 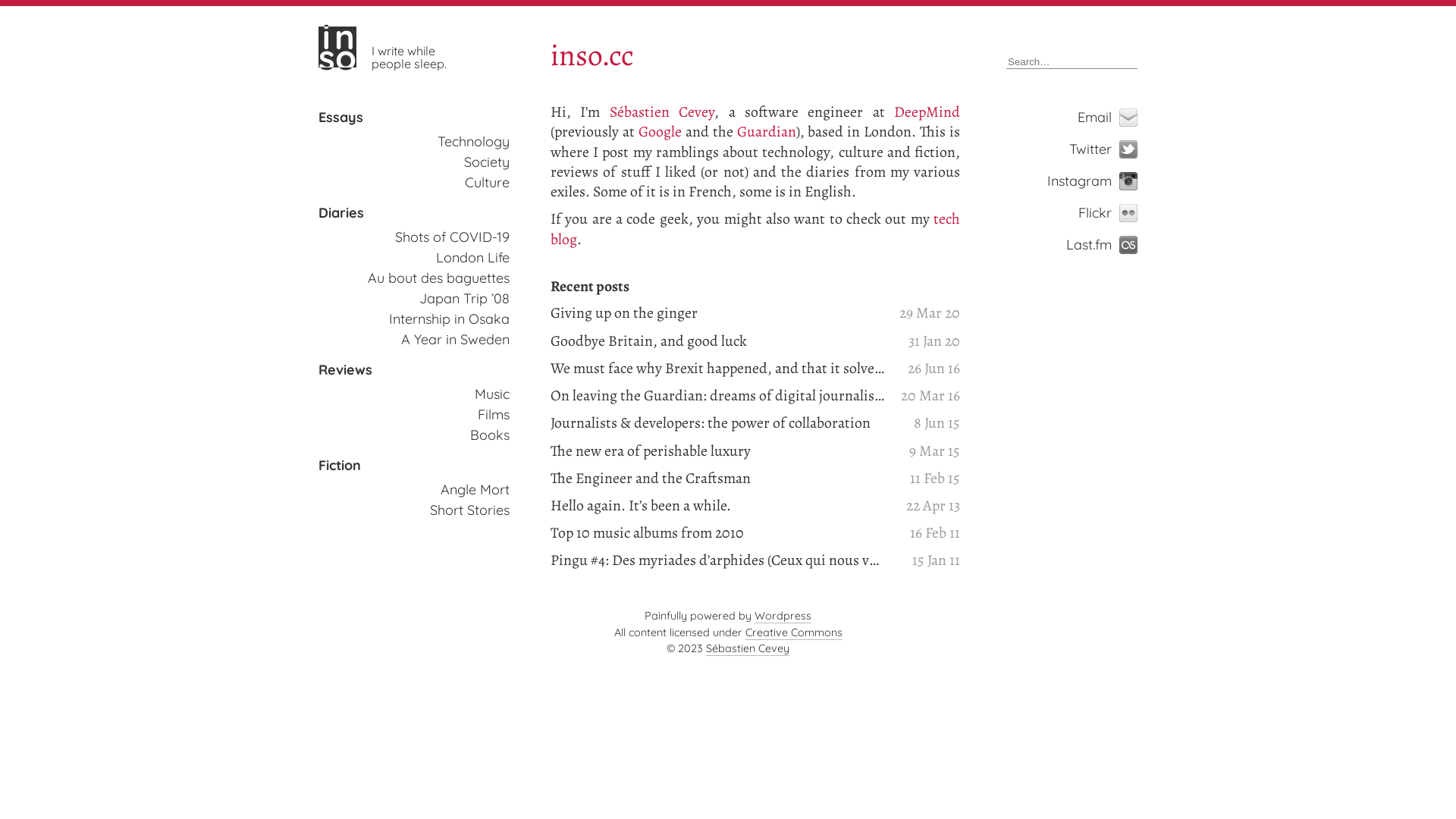 I want to click on 'A Year in Sweden', so click(x=400, y=338).